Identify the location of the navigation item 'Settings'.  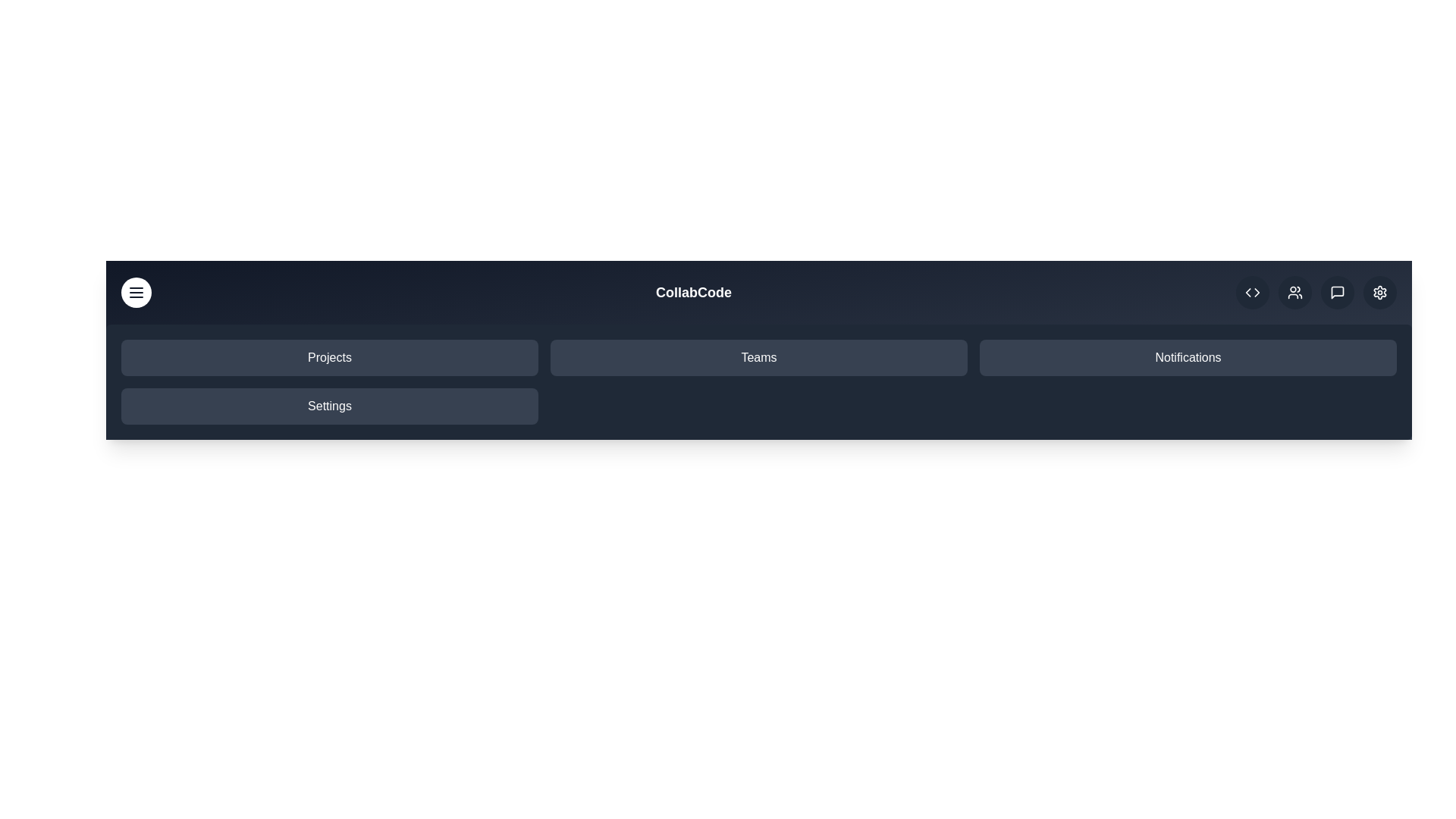
(329, 406).